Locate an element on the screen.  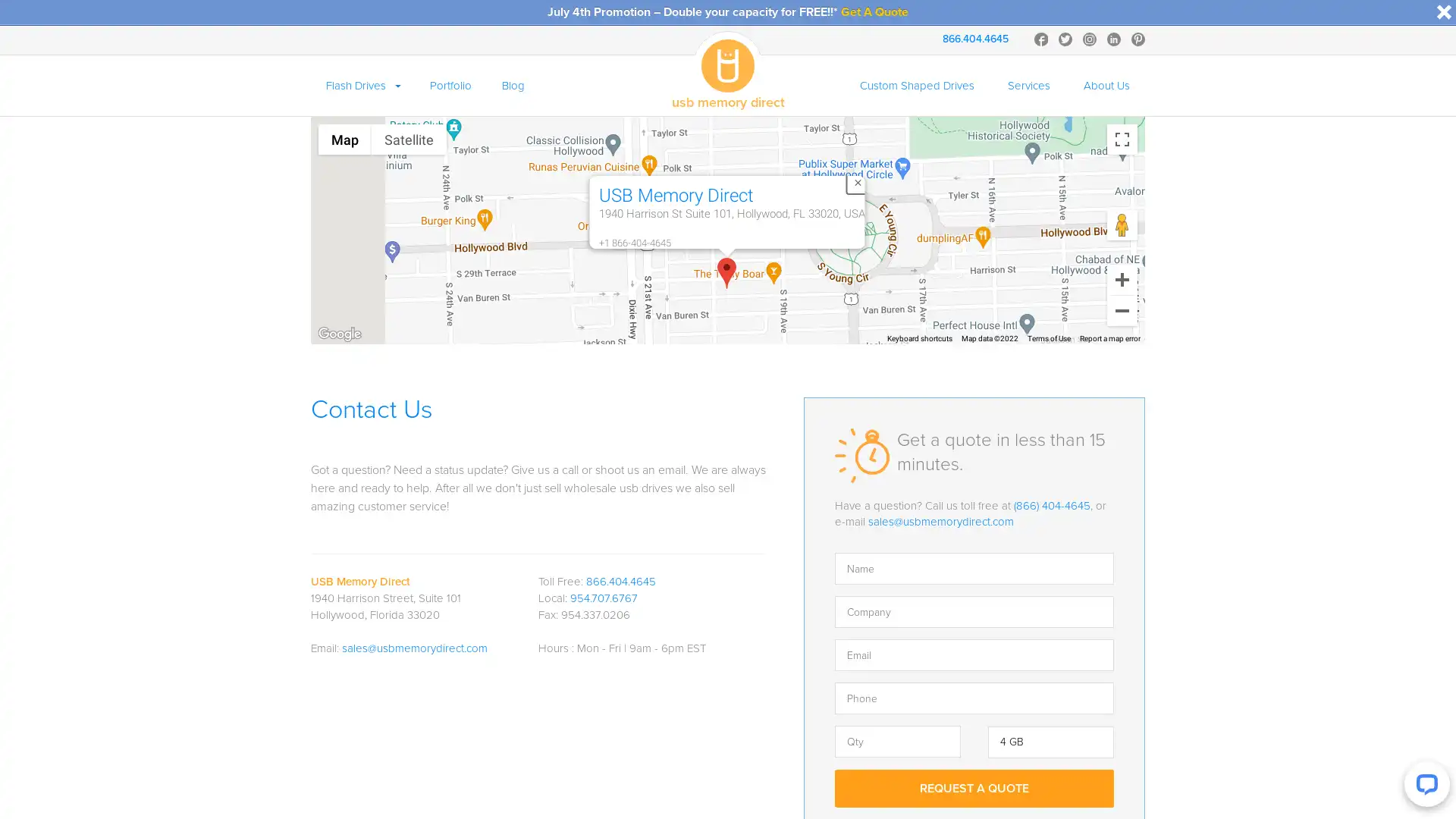
Keyboard shortcuts is located at coordinates (919, 338).